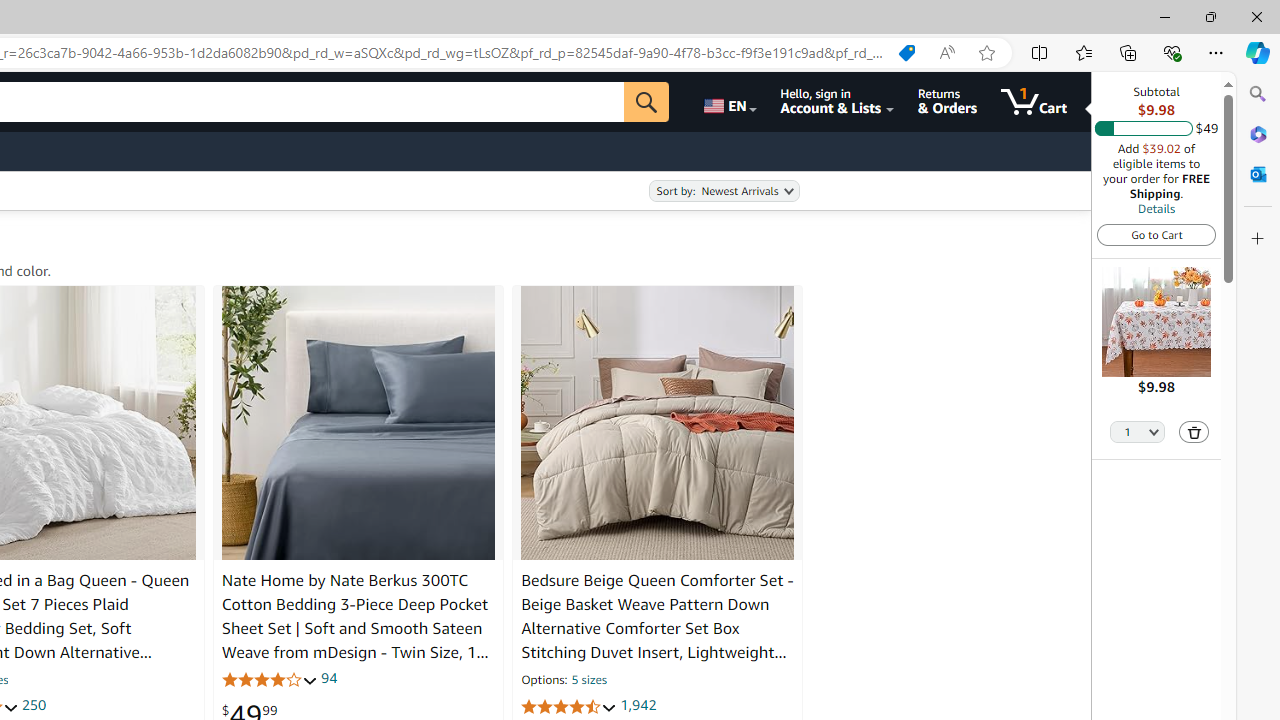 Image resolution: width=1280 pixels, height=720 pixels. Describe the element at coordinates (1137, 429) in the screenshot. I see `'Quantity Selector'` at that location.